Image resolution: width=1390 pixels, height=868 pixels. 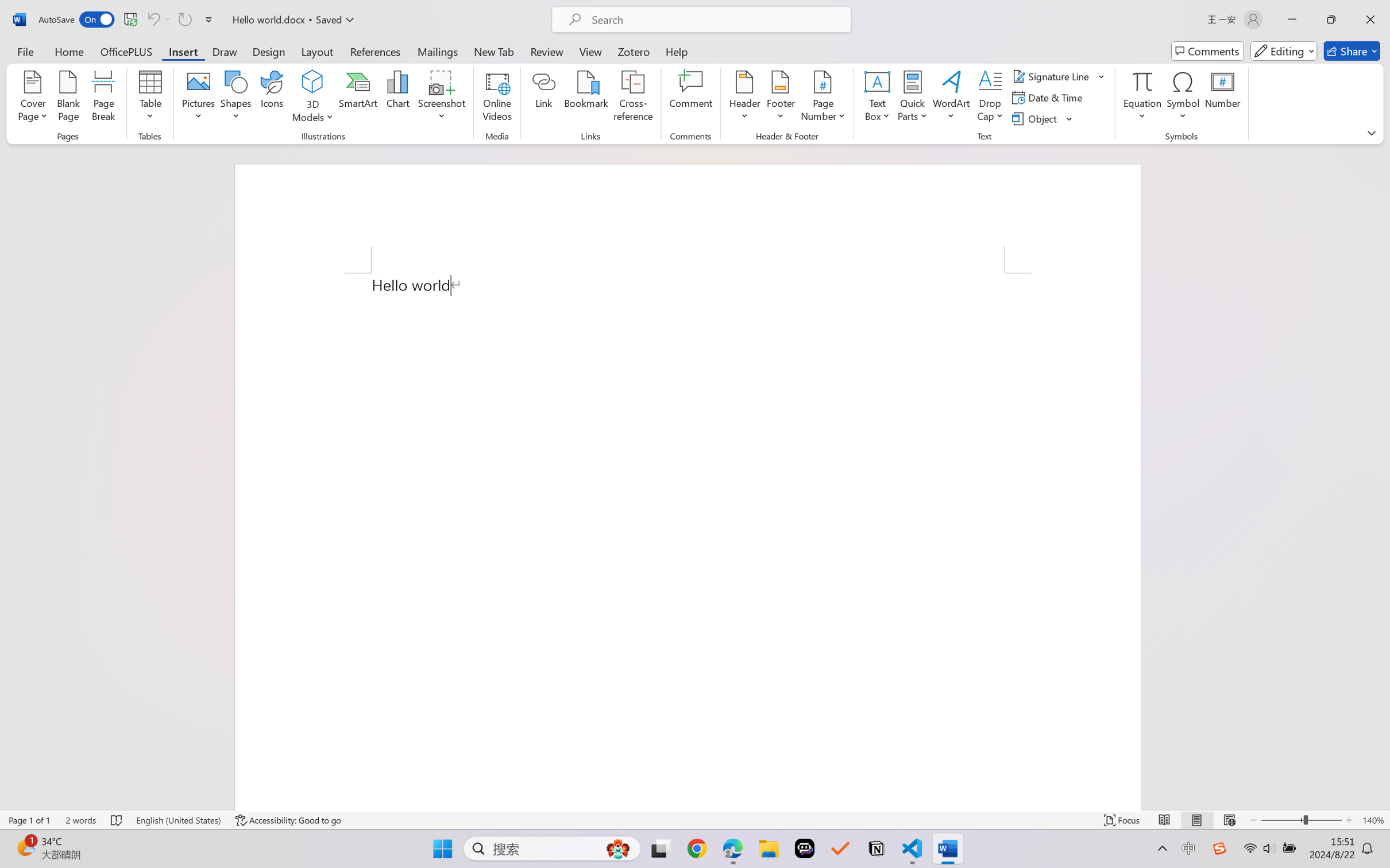 What do you see at coordinates (25, 847) in the screenshot?
I see `'AutomationID: BadgeAnchorLargeTicker'` at bounding box center [25, 847].